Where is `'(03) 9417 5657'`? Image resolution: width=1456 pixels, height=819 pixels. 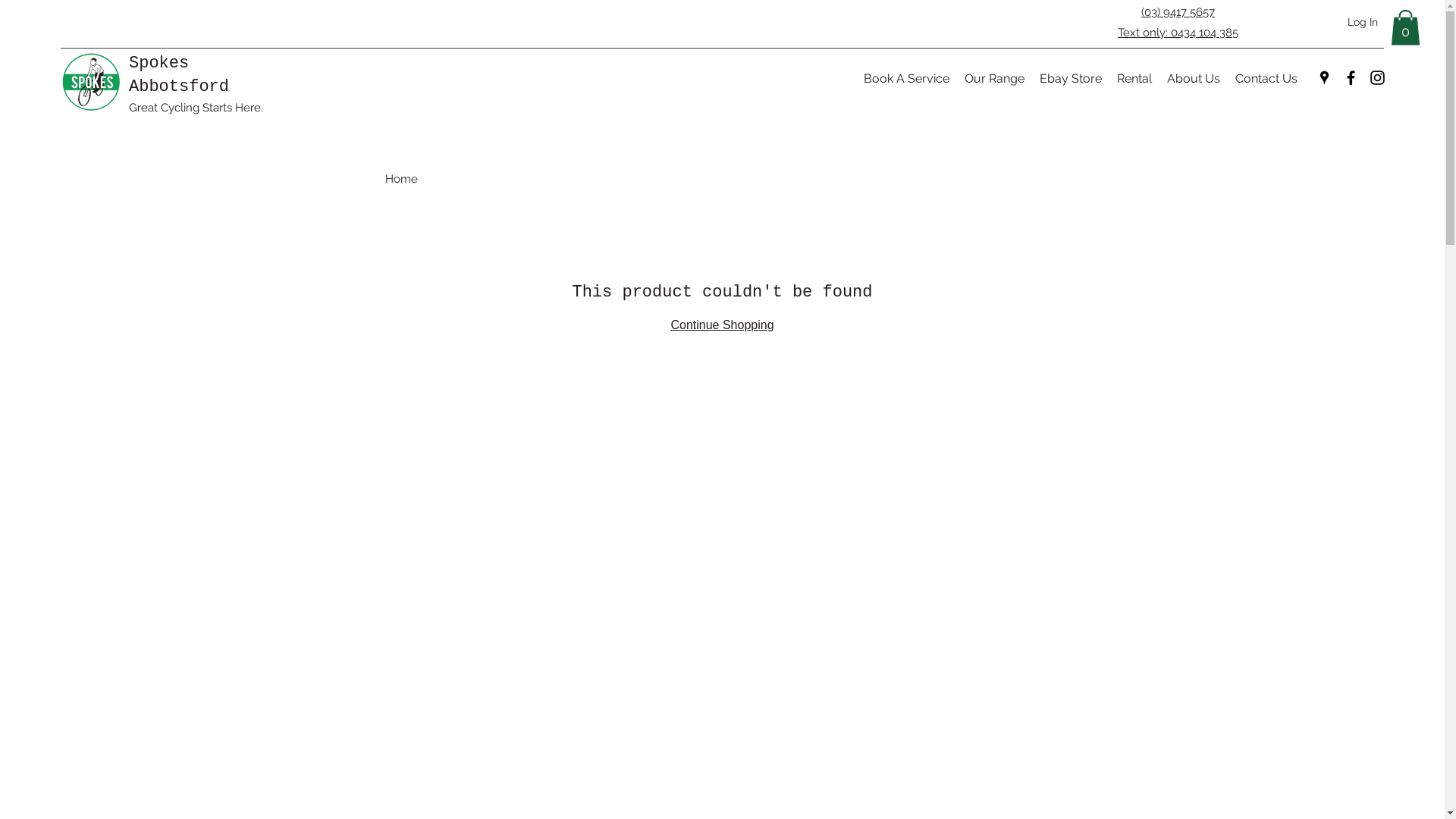
'(03) 9417 5657' is located at coordinates (1141, 11).